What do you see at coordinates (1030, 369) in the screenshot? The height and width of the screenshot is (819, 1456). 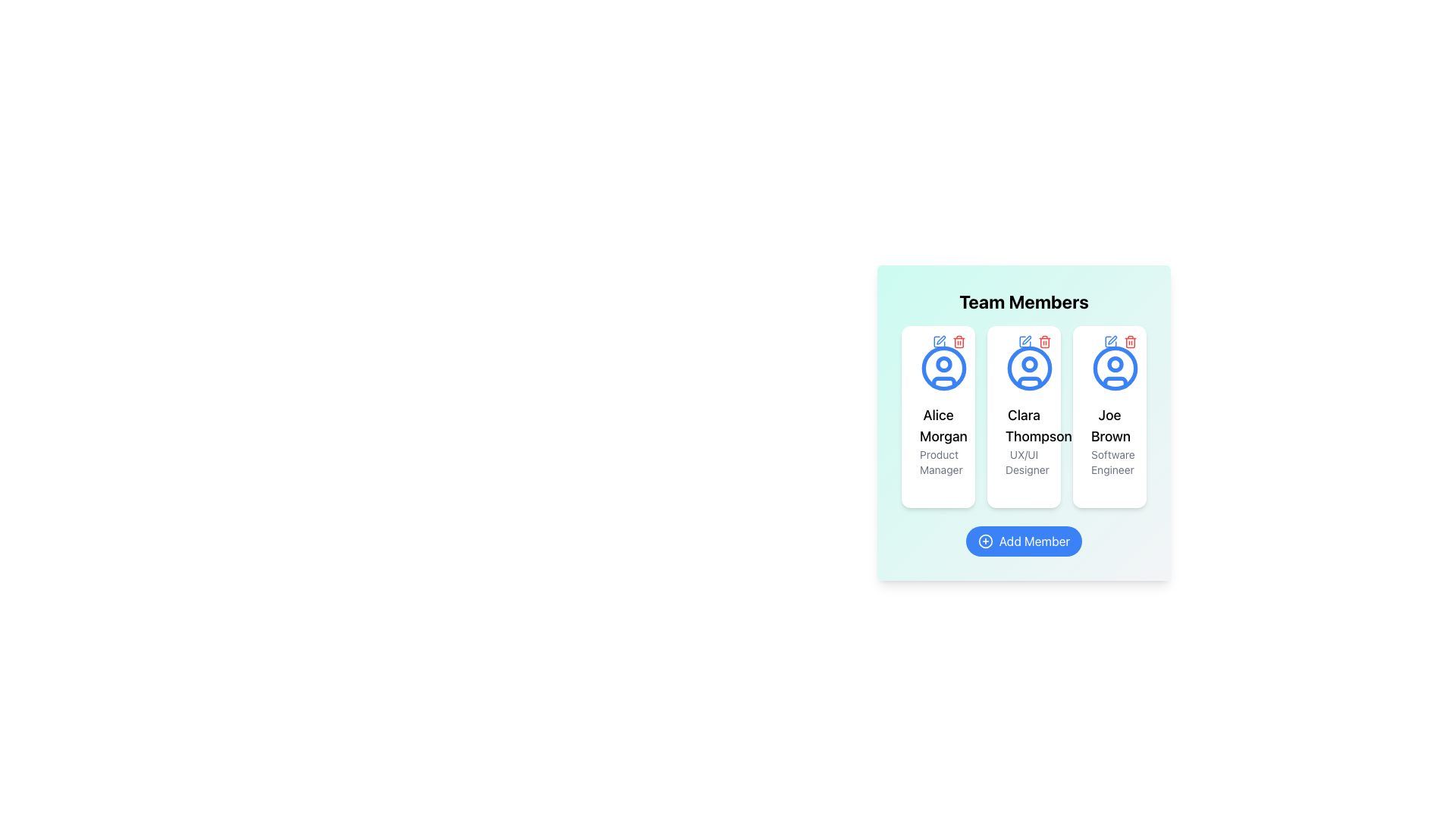 I see `the graphic icon representing the profile of 'Clara Thompson', located at the top-center of the card` at bounding box center [1030, 369].